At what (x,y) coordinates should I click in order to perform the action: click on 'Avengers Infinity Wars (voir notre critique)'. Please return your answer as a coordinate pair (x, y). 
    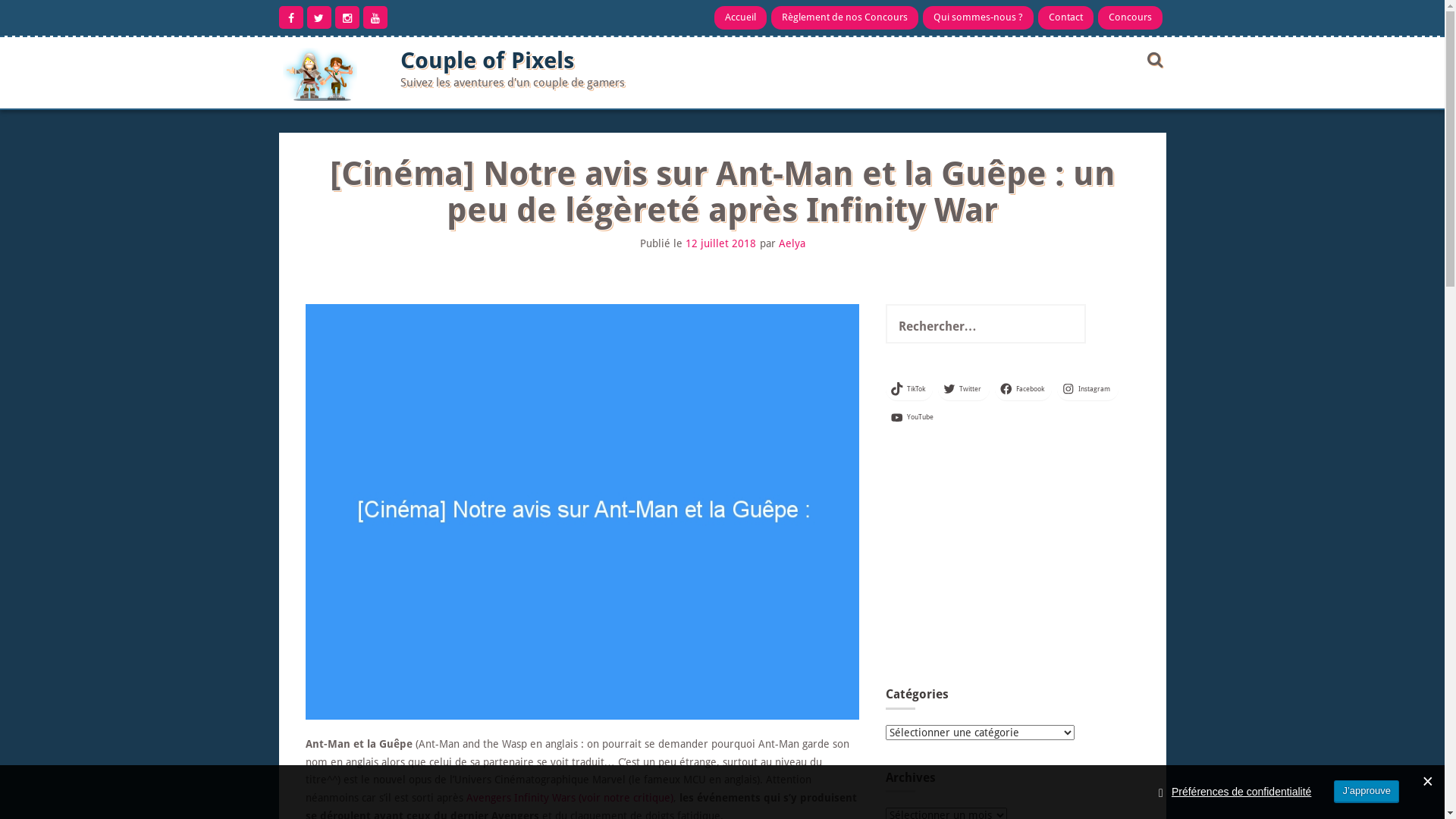
    Looking at the image, I should click on (568, 797).